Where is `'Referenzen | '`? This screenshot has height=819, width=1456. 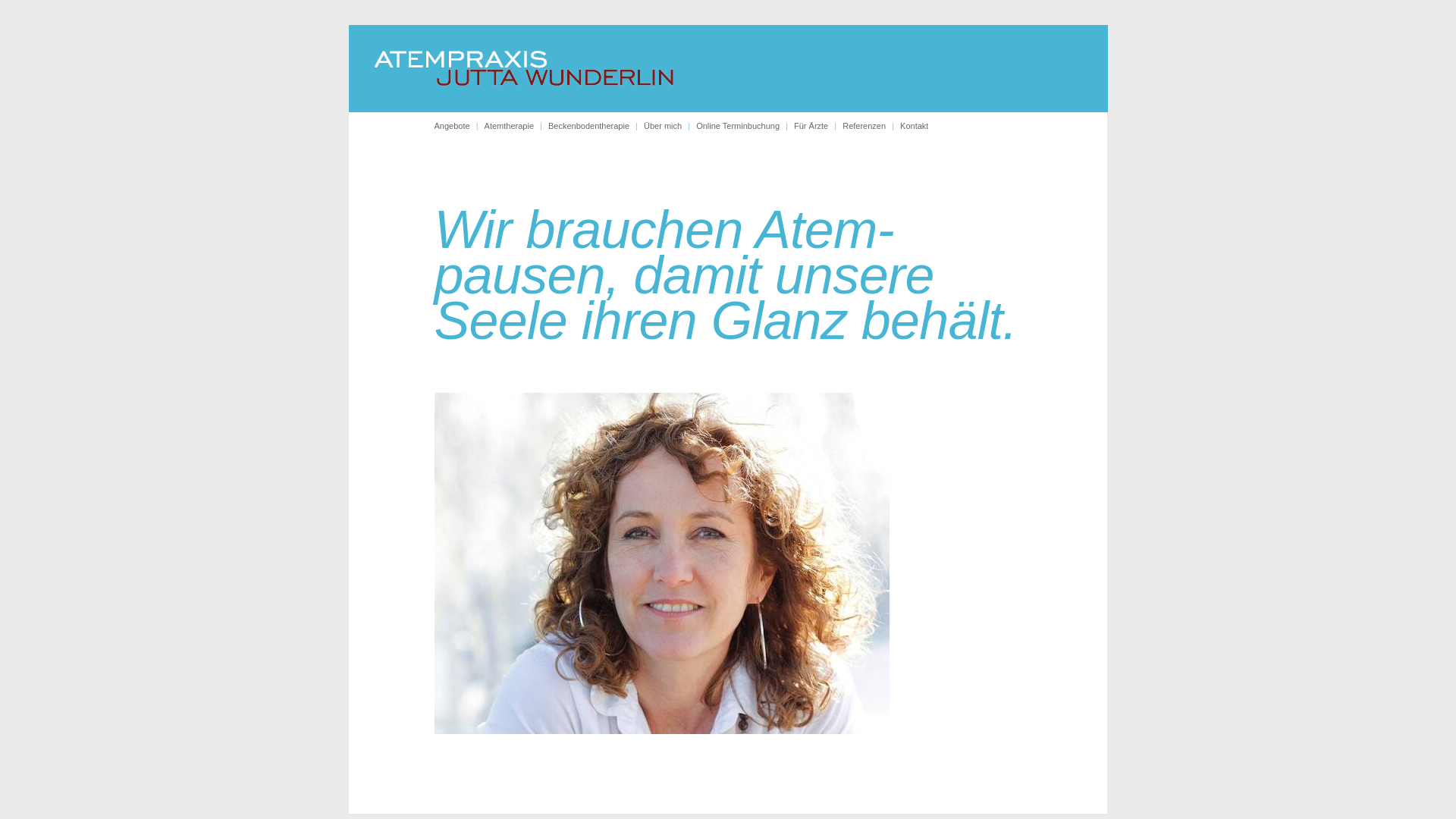
'Referenzen | ' is located at coordinates (871, 124).